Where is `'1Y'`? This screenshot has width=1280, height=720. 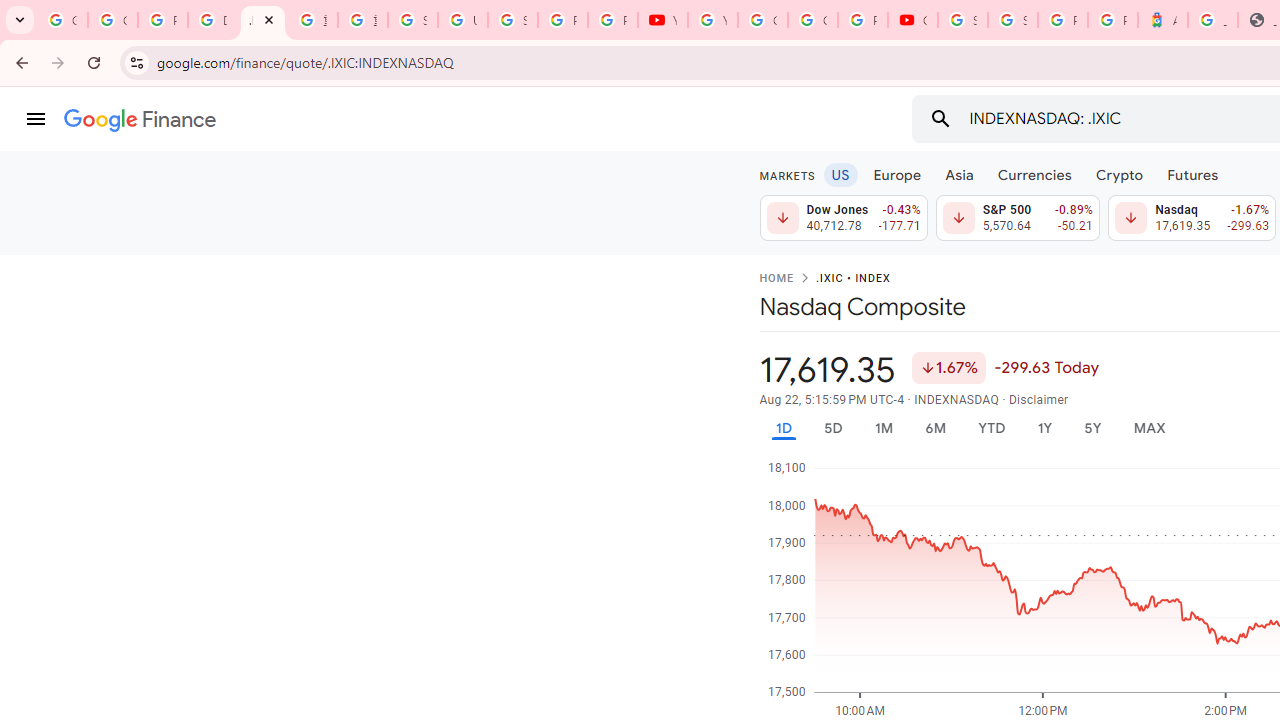 '1Y' is located at coordinates (1044, 427).